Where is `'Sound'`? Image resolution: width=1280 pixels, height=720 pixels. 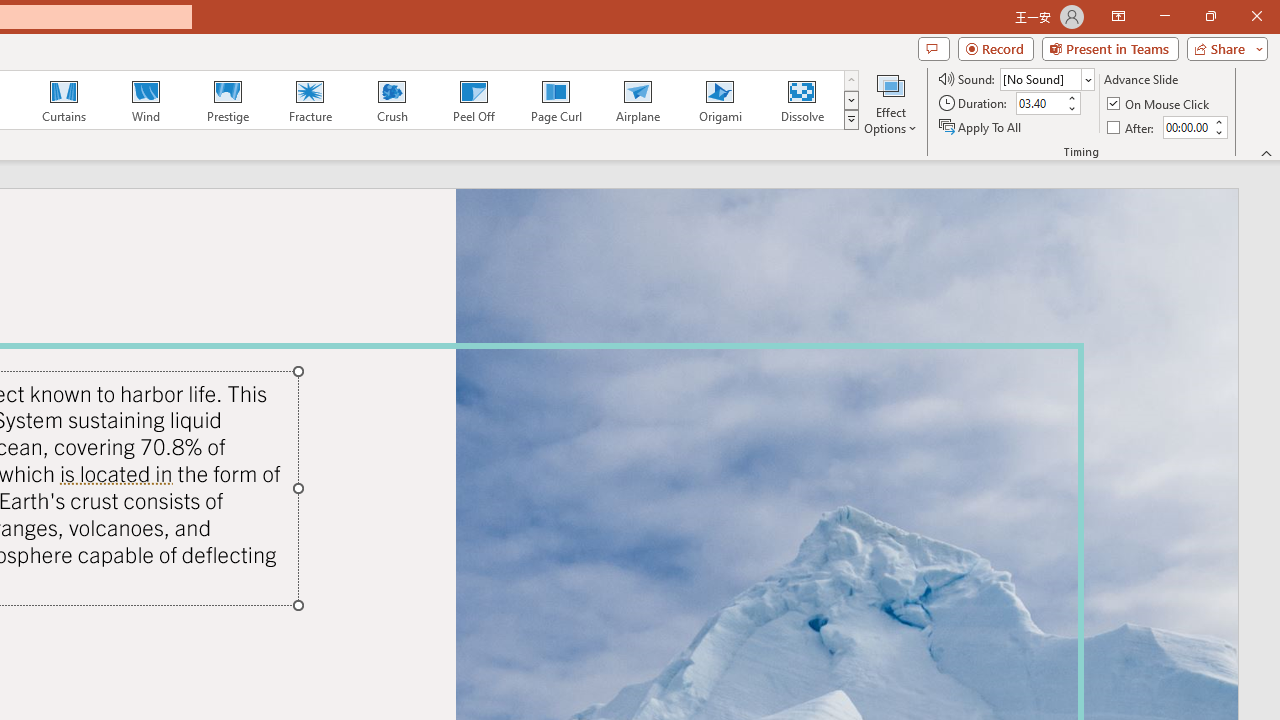
'Sound' is located at coordinates (1046, 78).